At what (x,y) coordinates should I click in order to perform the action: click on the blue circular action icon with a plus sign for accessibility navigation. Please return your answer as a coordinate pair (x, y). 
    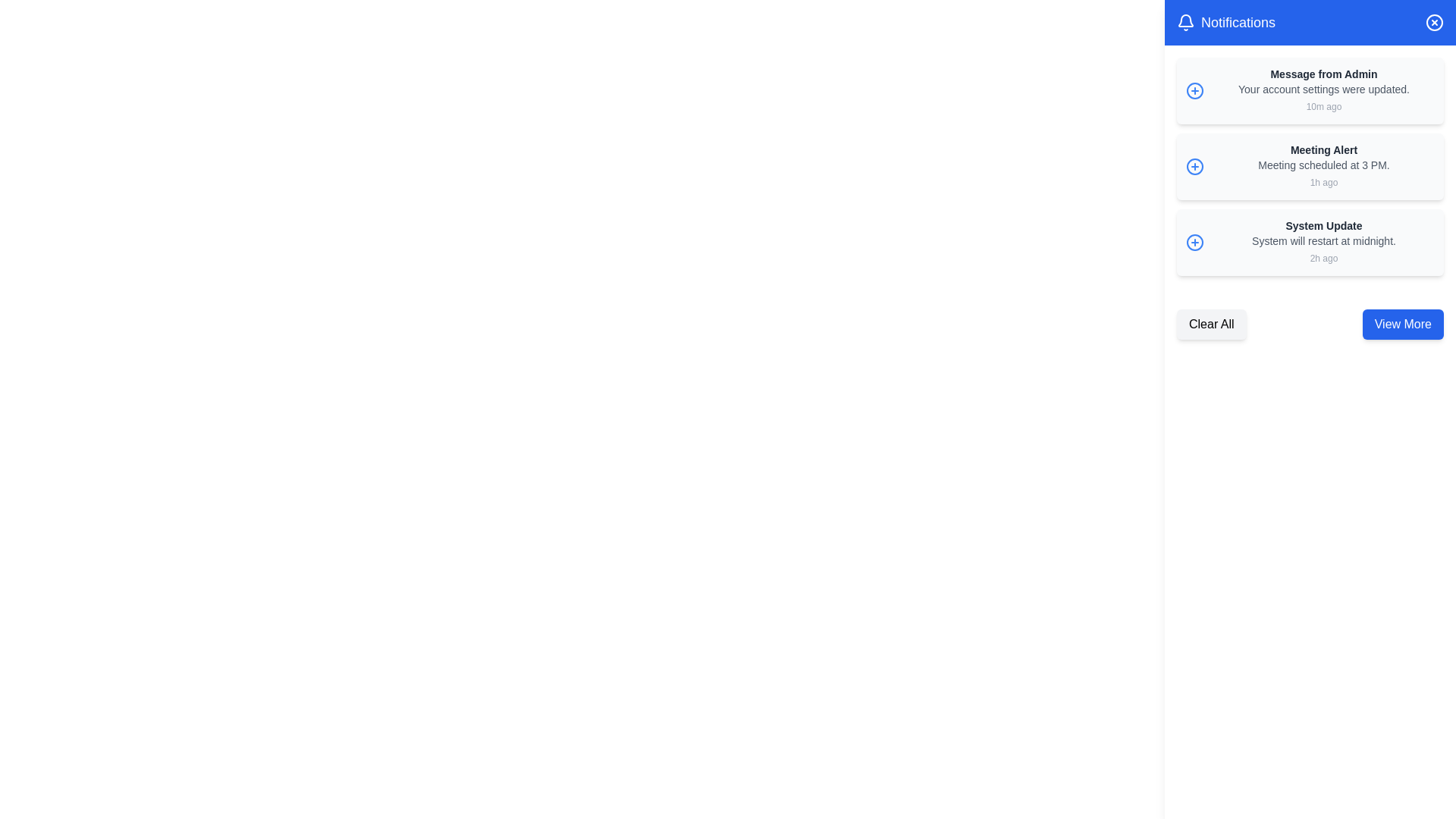
    Looking at the image, I should click on (1194, 166).